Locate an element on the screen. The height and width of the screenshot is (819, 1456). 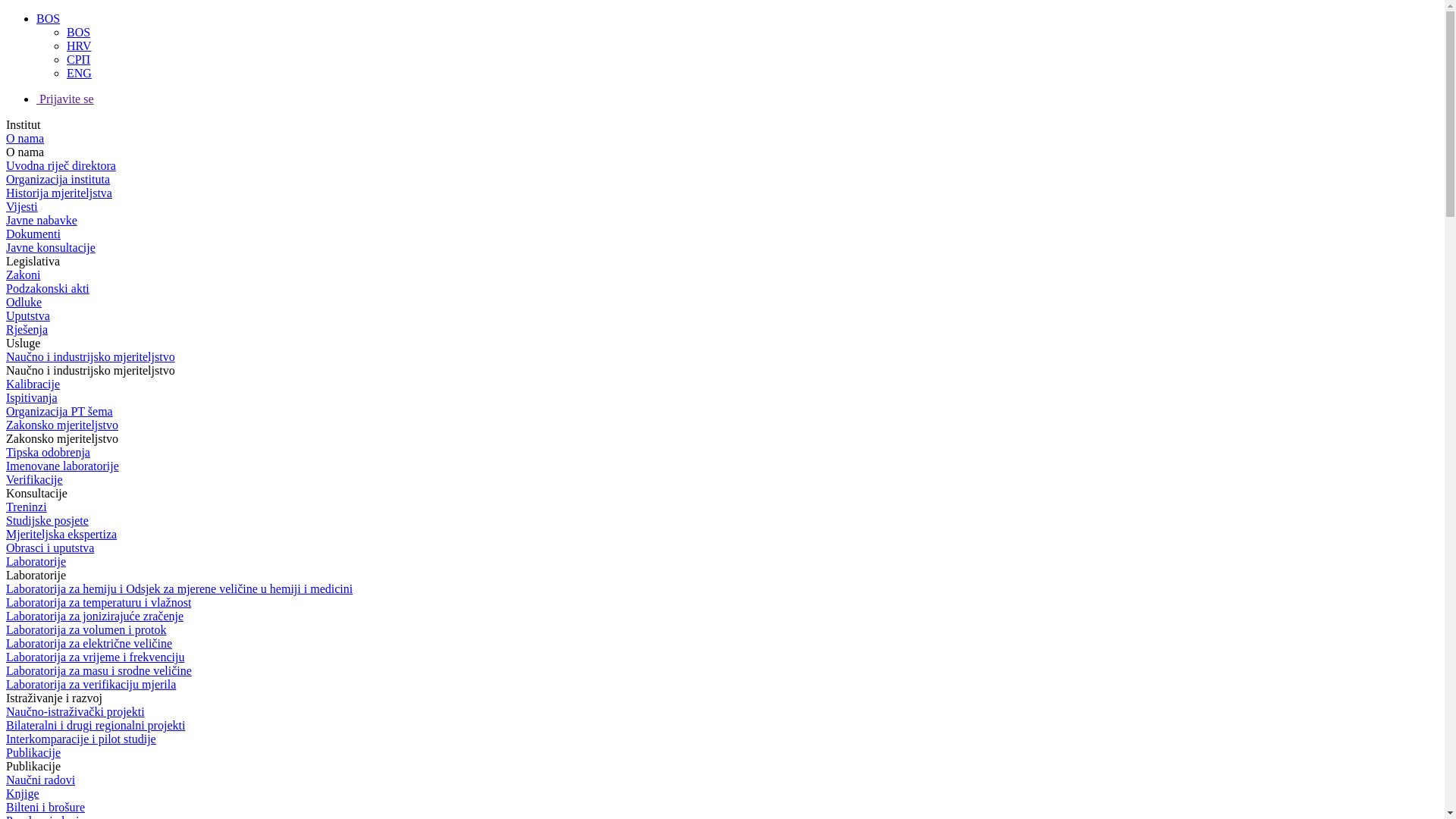
'Historija mjeriteljstva' is located at coordinates (6, 192).